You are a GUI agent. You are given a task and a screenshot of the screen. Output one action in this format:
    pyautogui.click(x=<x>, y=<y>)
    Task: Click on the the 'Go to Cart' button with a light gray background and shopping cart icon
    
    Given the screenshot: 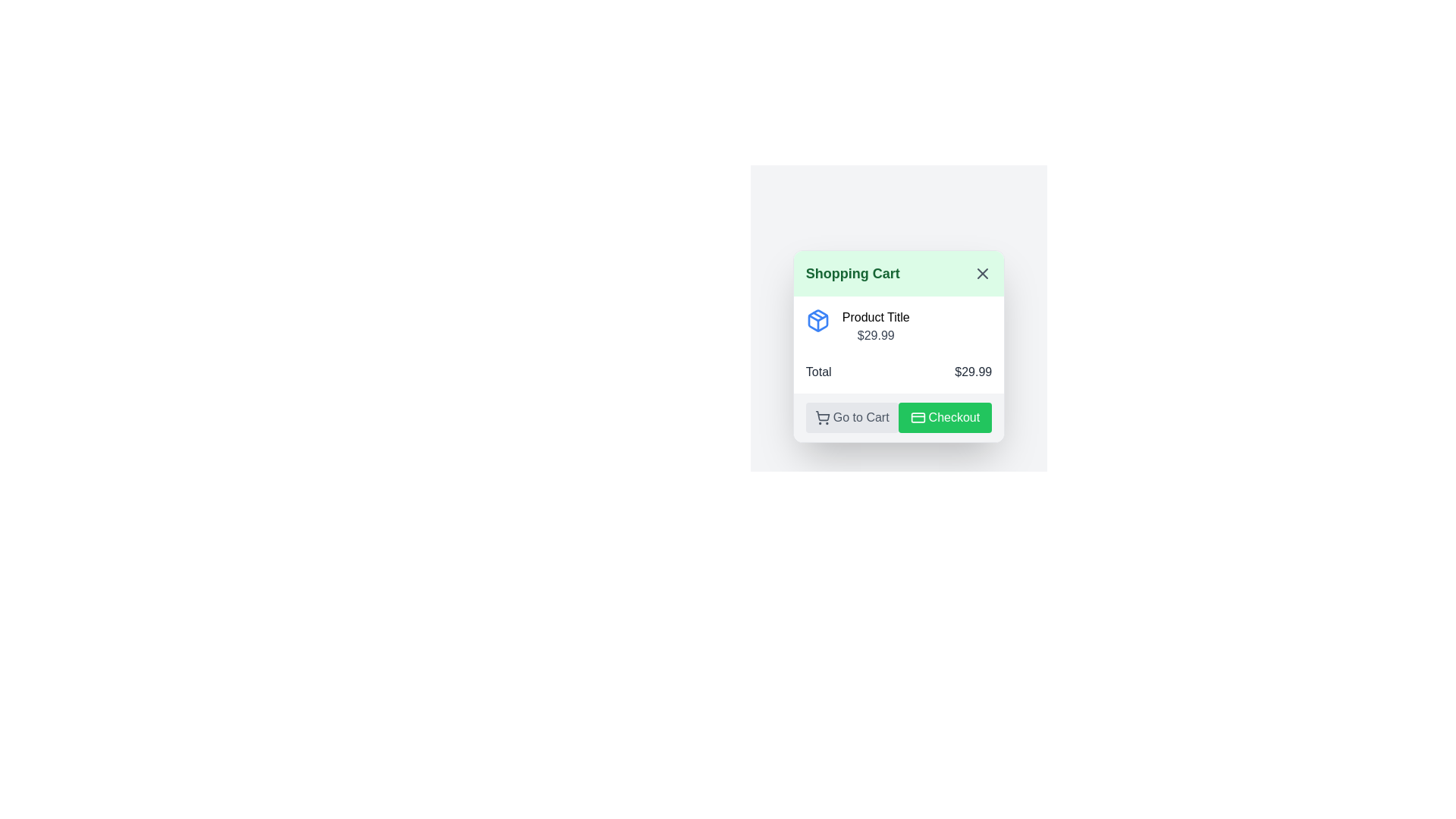 What is the action you would take?
    pyautogui.click(x=852, y=418)
    